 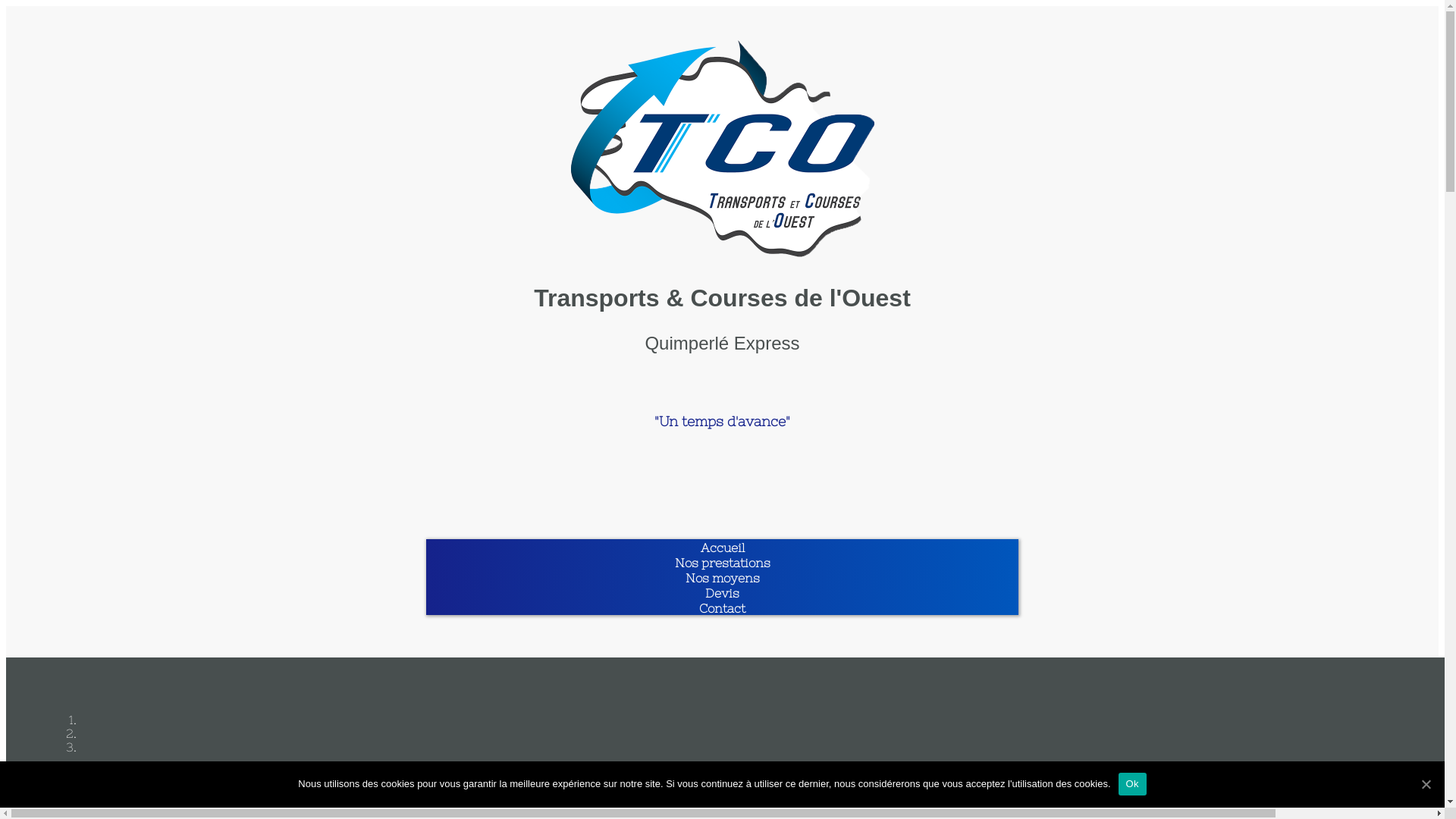 What do you see at coordinates (1132, 783) in the screenshot?
I see `'Ok'` at bounding box center [1132, 783].